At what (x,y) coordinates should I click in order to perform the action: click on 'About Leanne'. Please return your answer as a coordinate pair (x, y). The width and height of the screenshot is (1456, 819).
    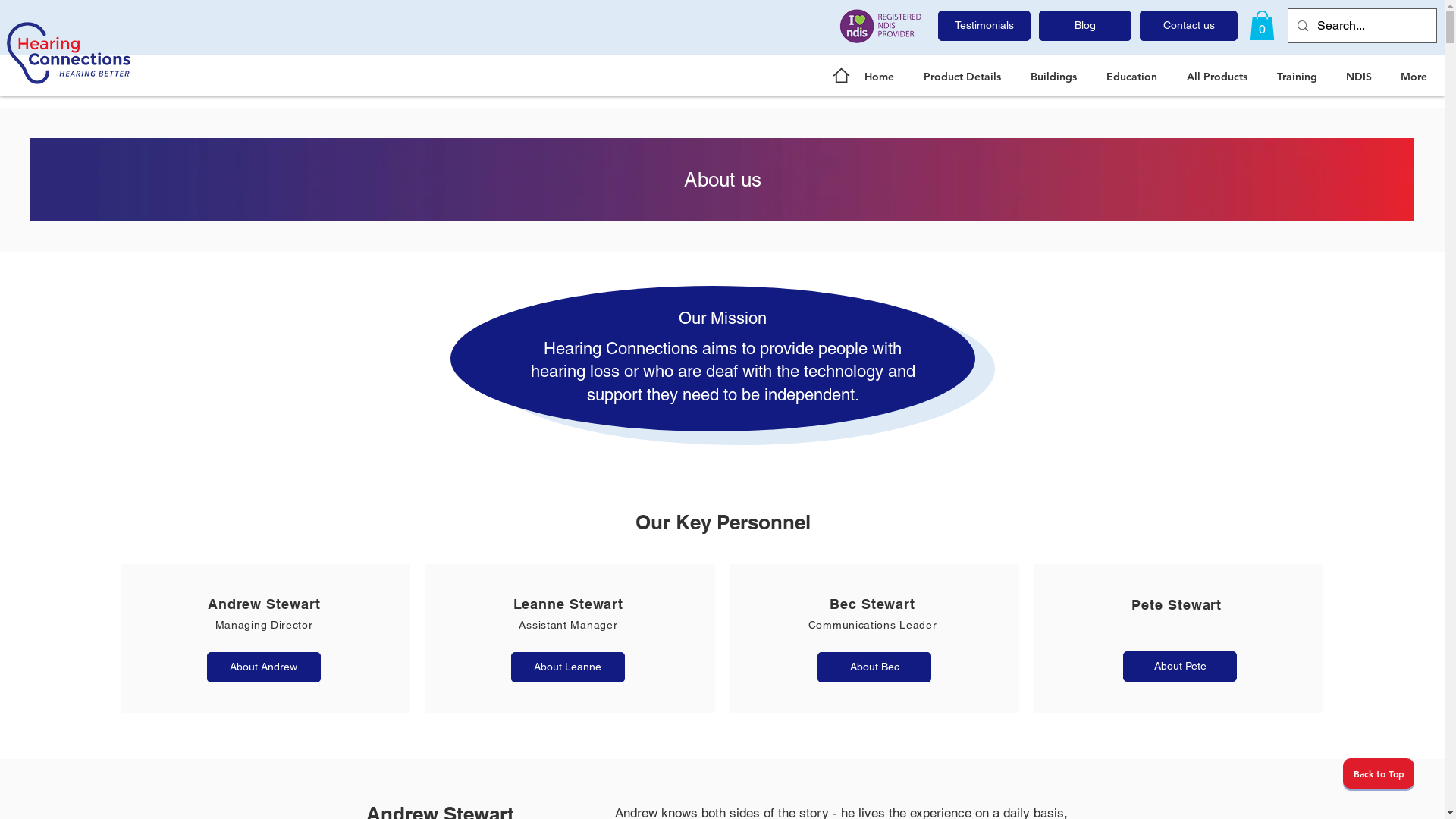
    Looking at the image, I should click on (566, 666).